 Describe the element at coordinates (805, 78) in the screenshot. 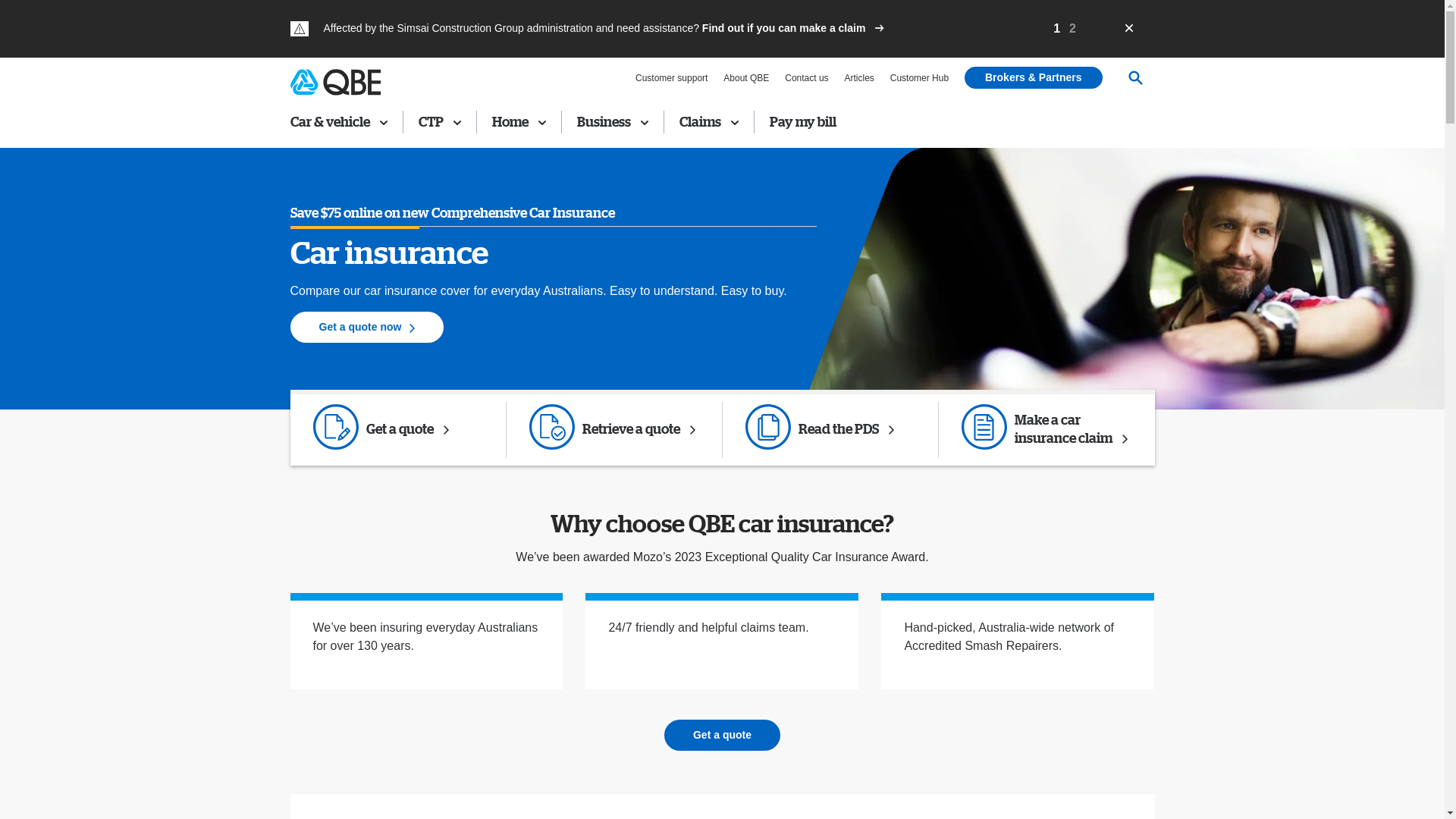

I see `'Contact us'` at that location.